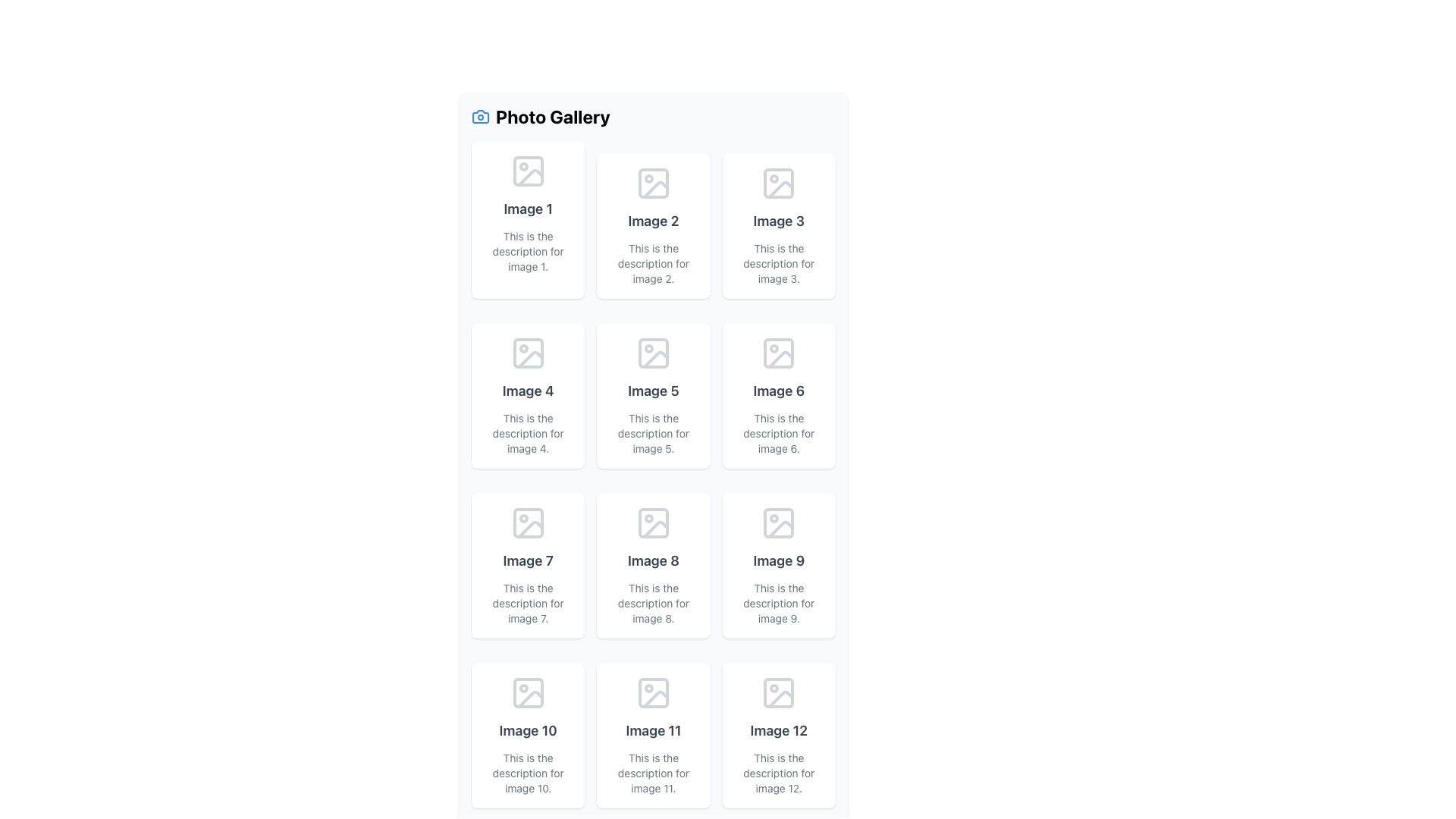  I want to click on the Informational Card for 'Image 2' in the Photo Gallery, so click(654, 225).